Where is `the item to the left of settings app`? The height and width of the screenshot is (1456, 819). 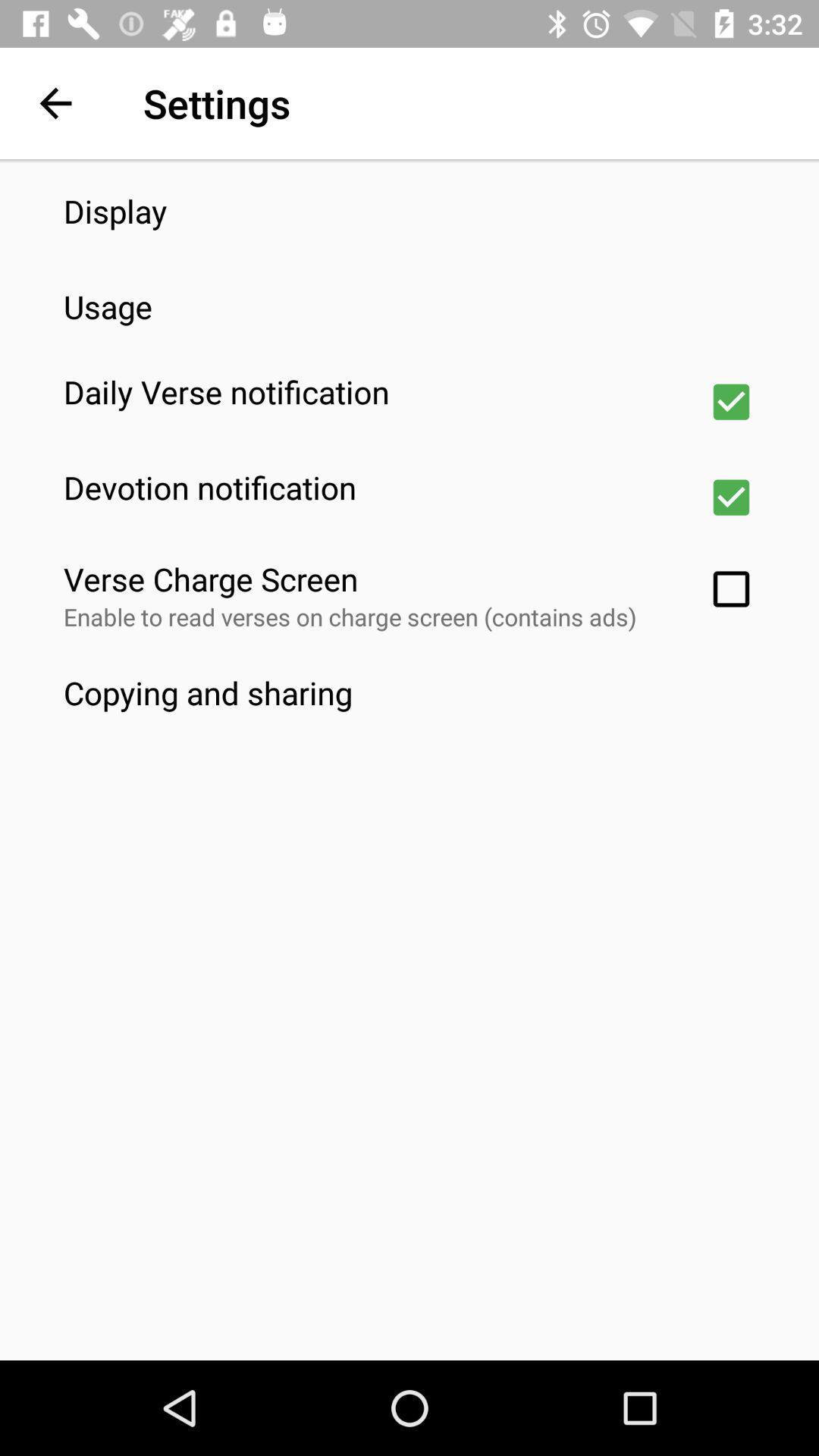
the item to the left of settings app is located at coordinates (55, 102).